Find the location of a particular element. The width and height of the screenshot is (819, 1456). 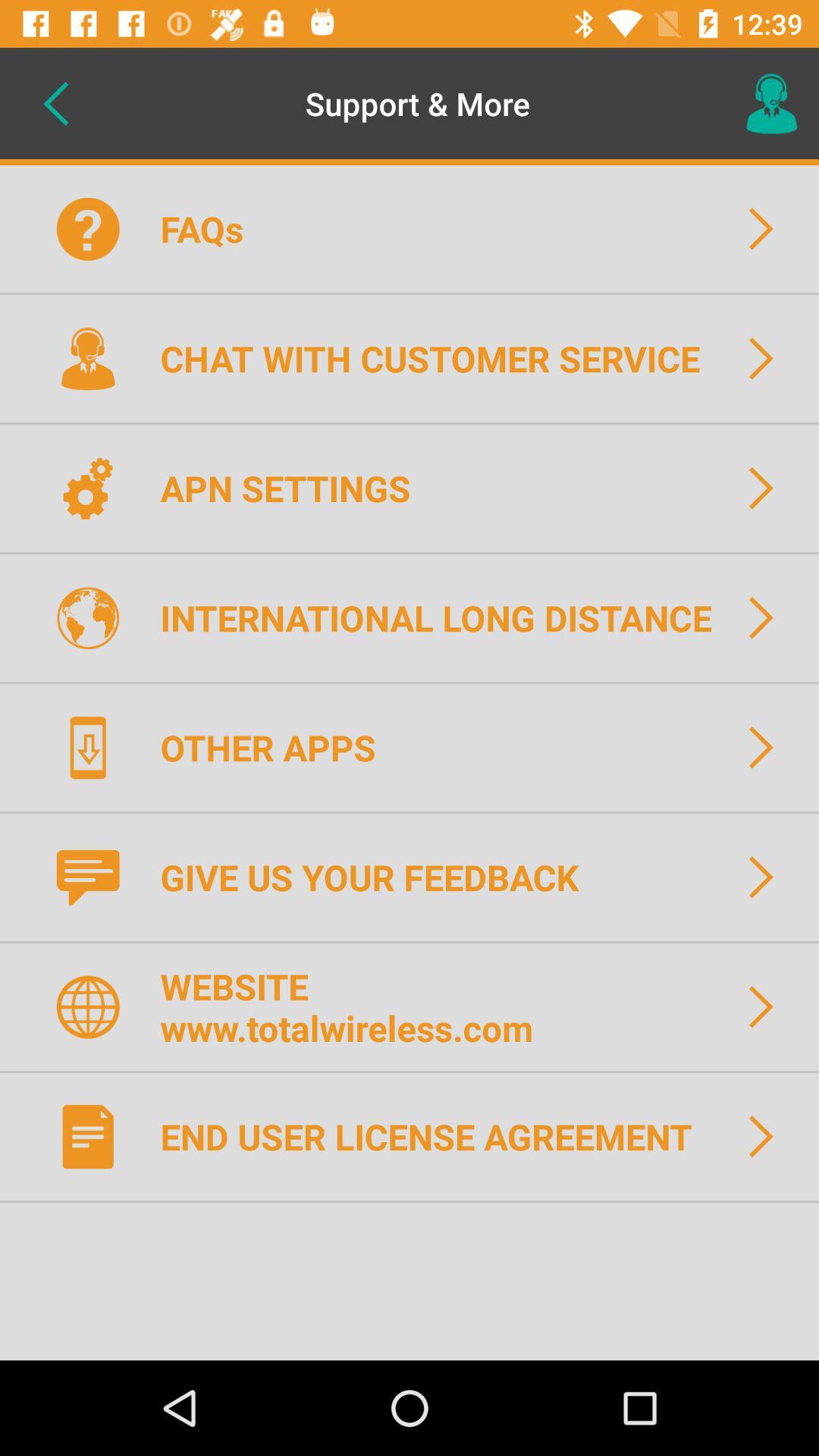

item to the left of support & more is located at coordinates (55, 102).